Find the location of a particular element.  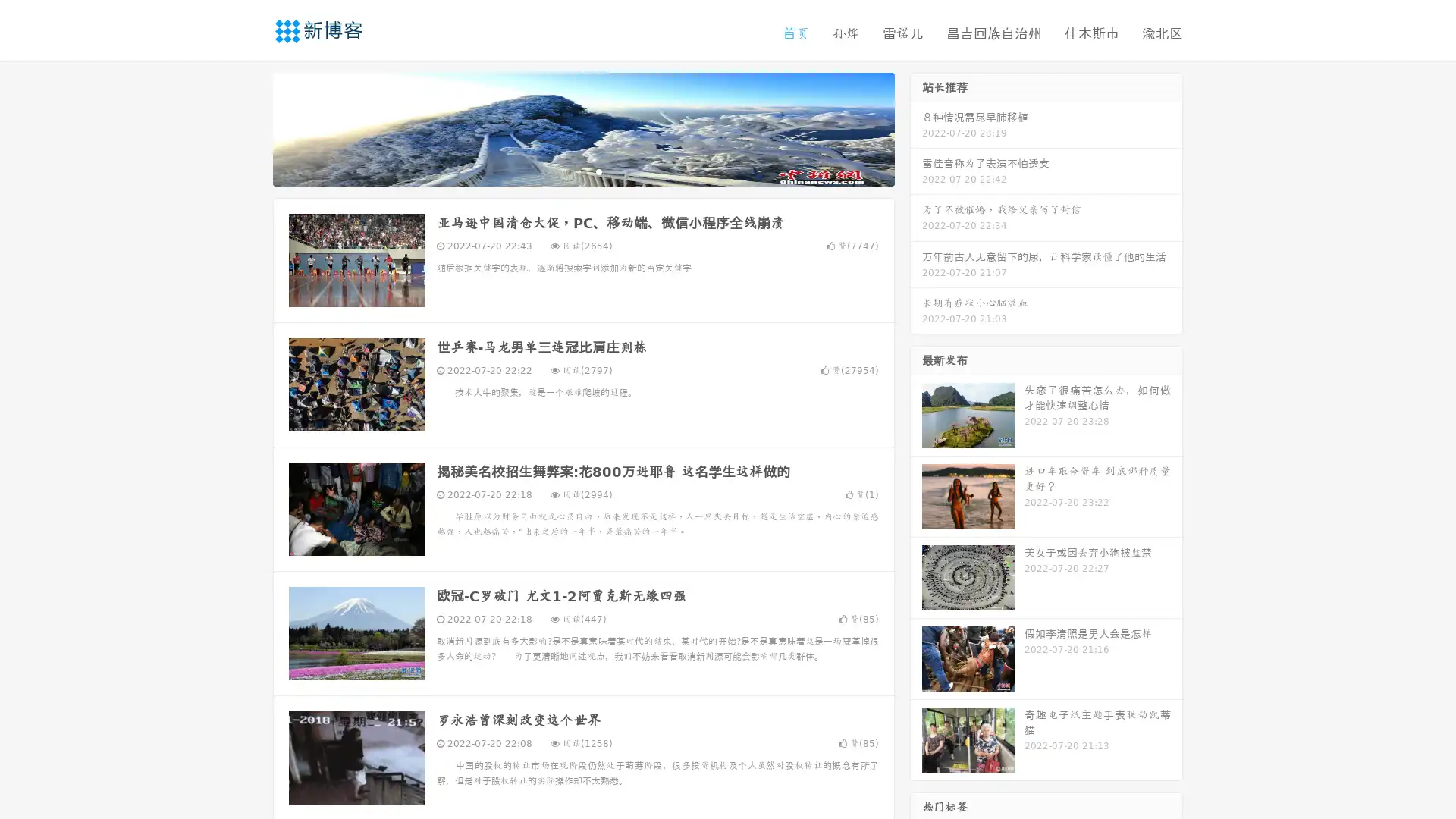

Go to slide 1 is located at coordinates (567, 171).